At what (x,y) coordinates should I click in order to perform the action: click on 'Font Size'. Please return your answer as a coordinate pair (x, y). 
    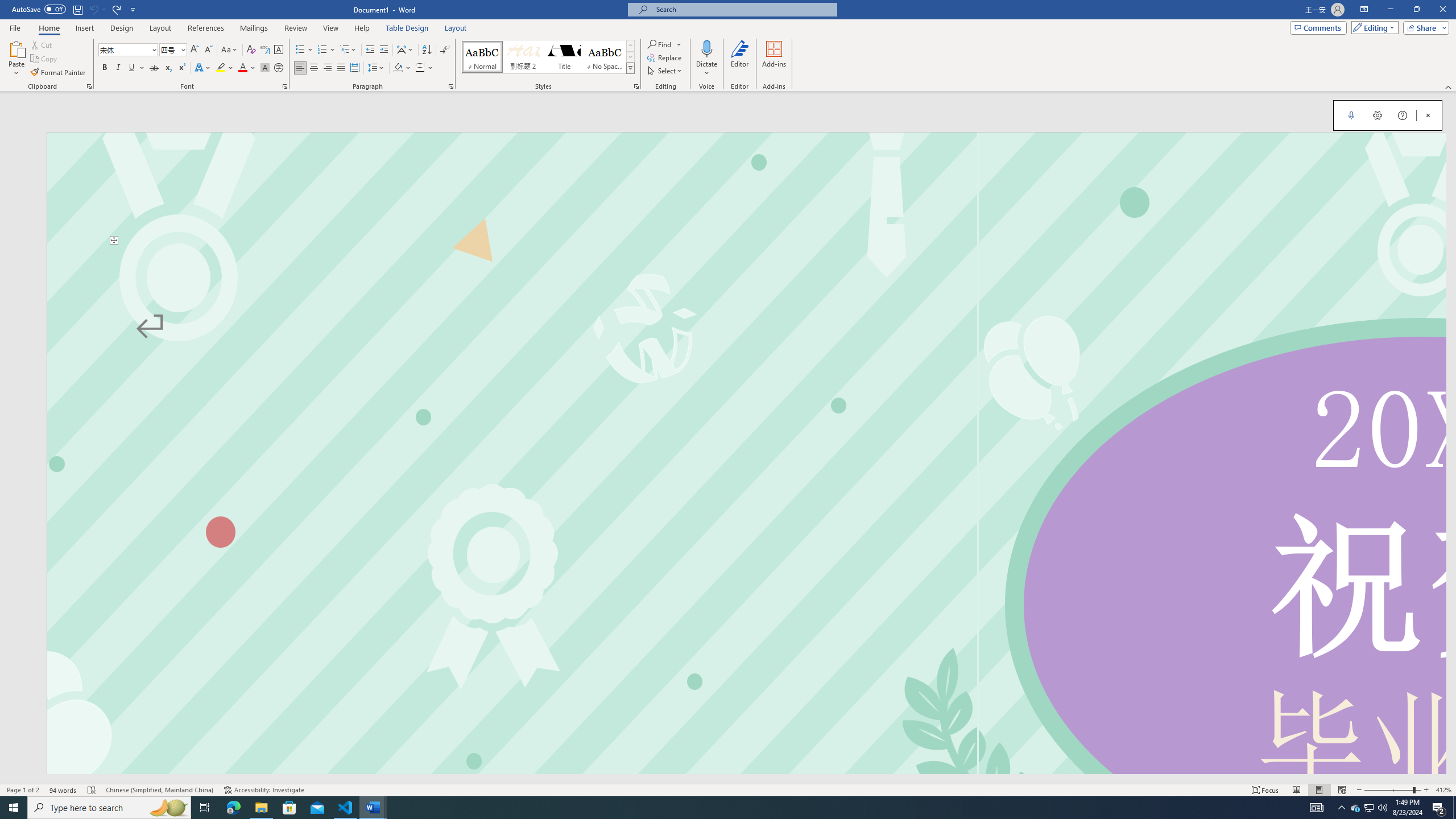
    Looking at the image, I should click on (172, 49).